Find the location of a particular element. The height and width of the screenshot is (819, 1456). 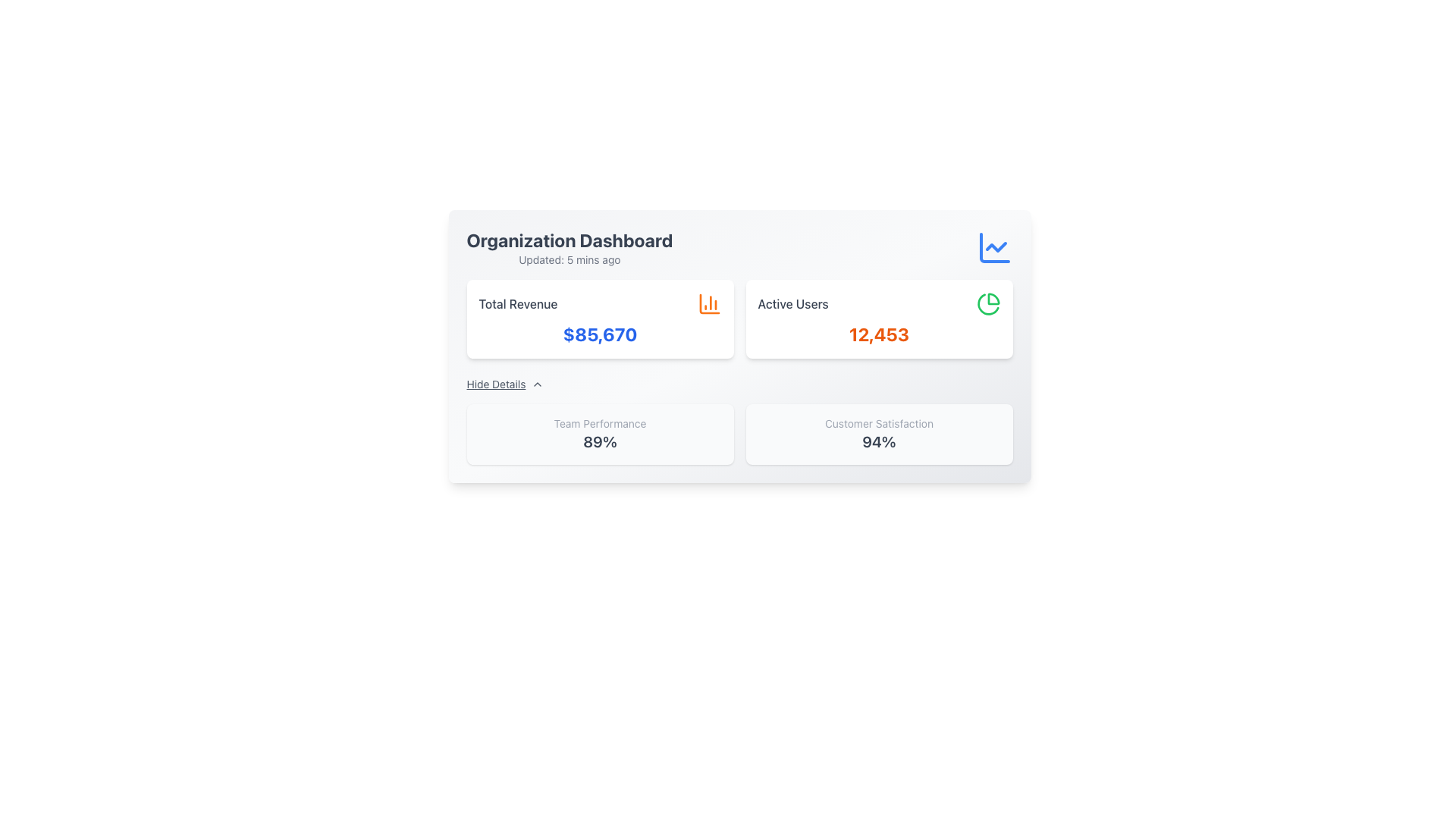

the 'Hide Details' interactive link with upward-pointing chevron icon is located at coordinates (505, 383).